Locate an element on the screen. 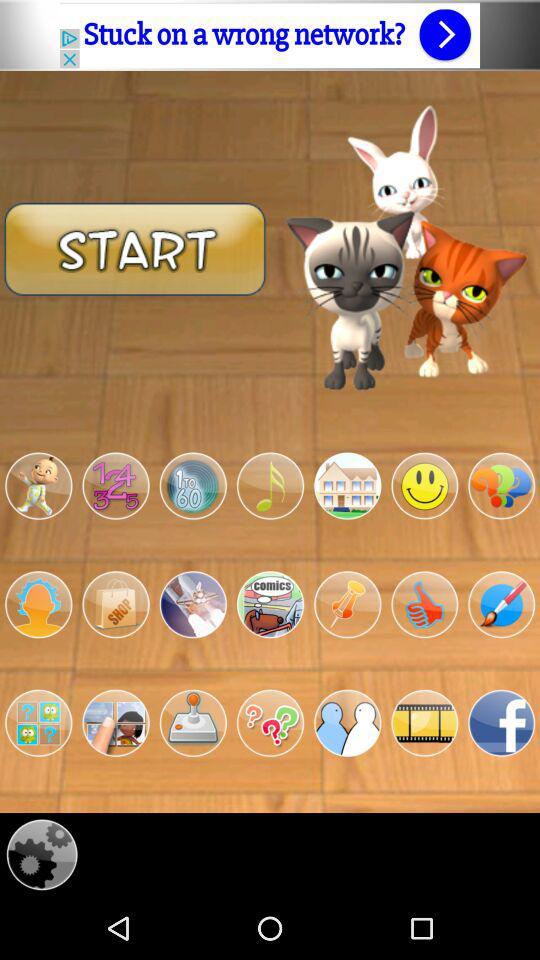 This screenshot has width=540, height=960. website is located at coordinates (270, 34).